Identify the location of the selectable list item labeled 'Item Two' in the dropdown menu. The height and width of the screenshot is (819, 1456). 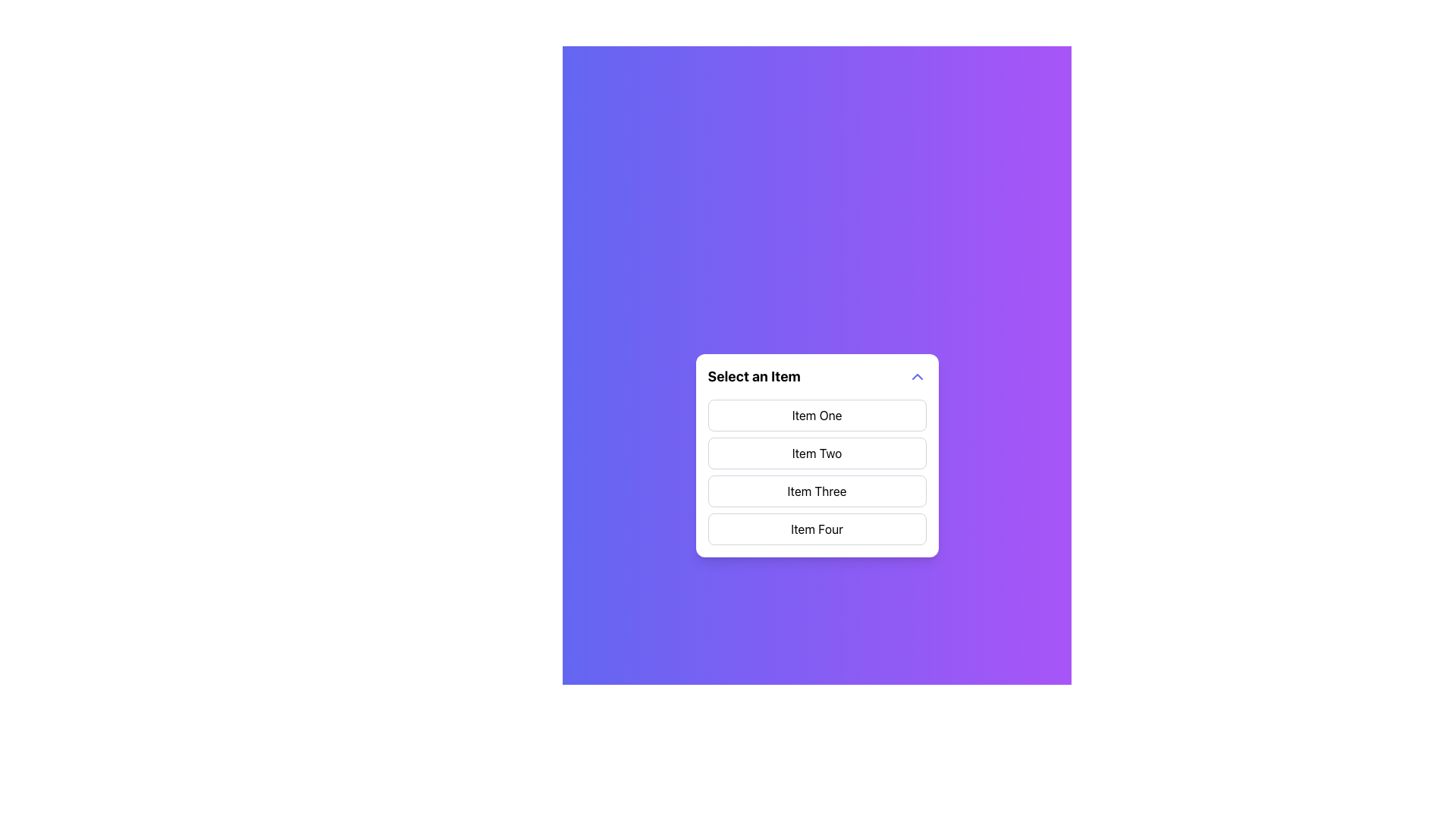
(816, 452).